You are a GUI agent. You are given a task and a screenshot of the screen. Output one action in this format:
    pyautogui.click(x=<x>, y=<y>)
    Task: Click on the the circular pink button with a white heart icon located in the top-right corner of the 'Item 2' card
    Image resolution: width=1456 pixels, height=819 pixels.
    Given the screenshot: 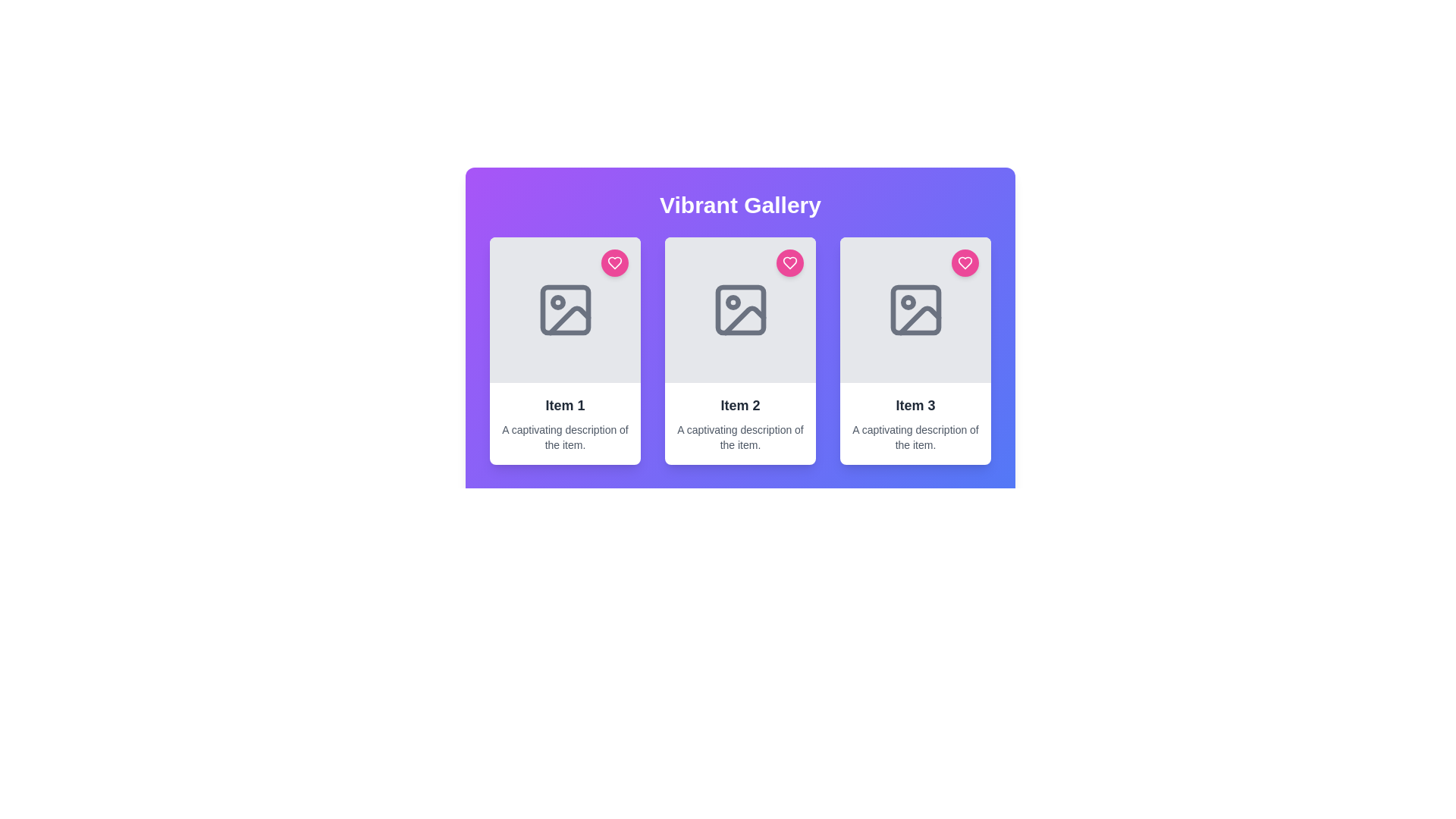 What is the action you would take?
    pyautogui.click(x=789, y=262)
    